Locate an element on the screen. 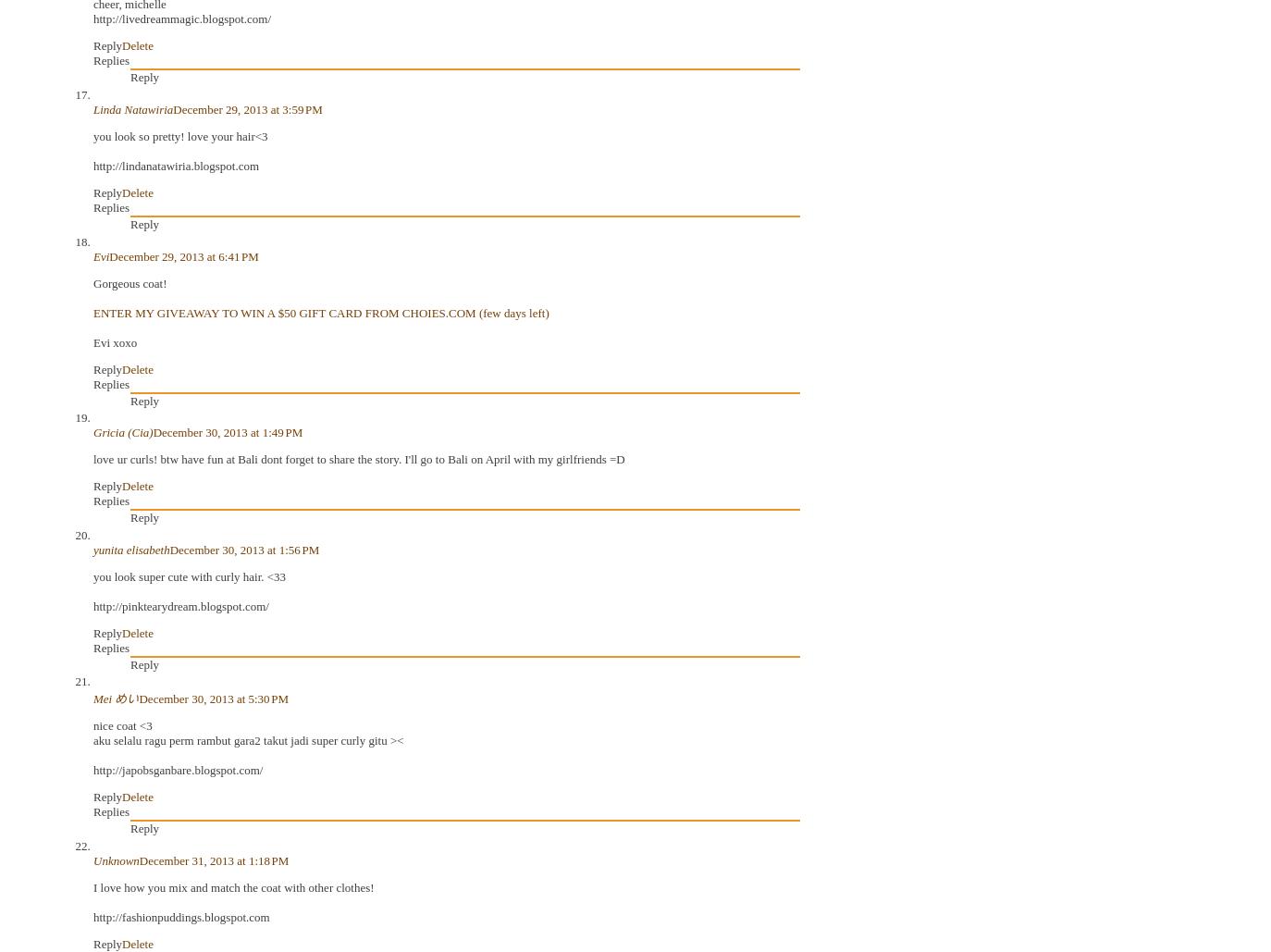 The image size is (1271, 952). 'Gricia (Cia)' is located at coordinates (122, 432).